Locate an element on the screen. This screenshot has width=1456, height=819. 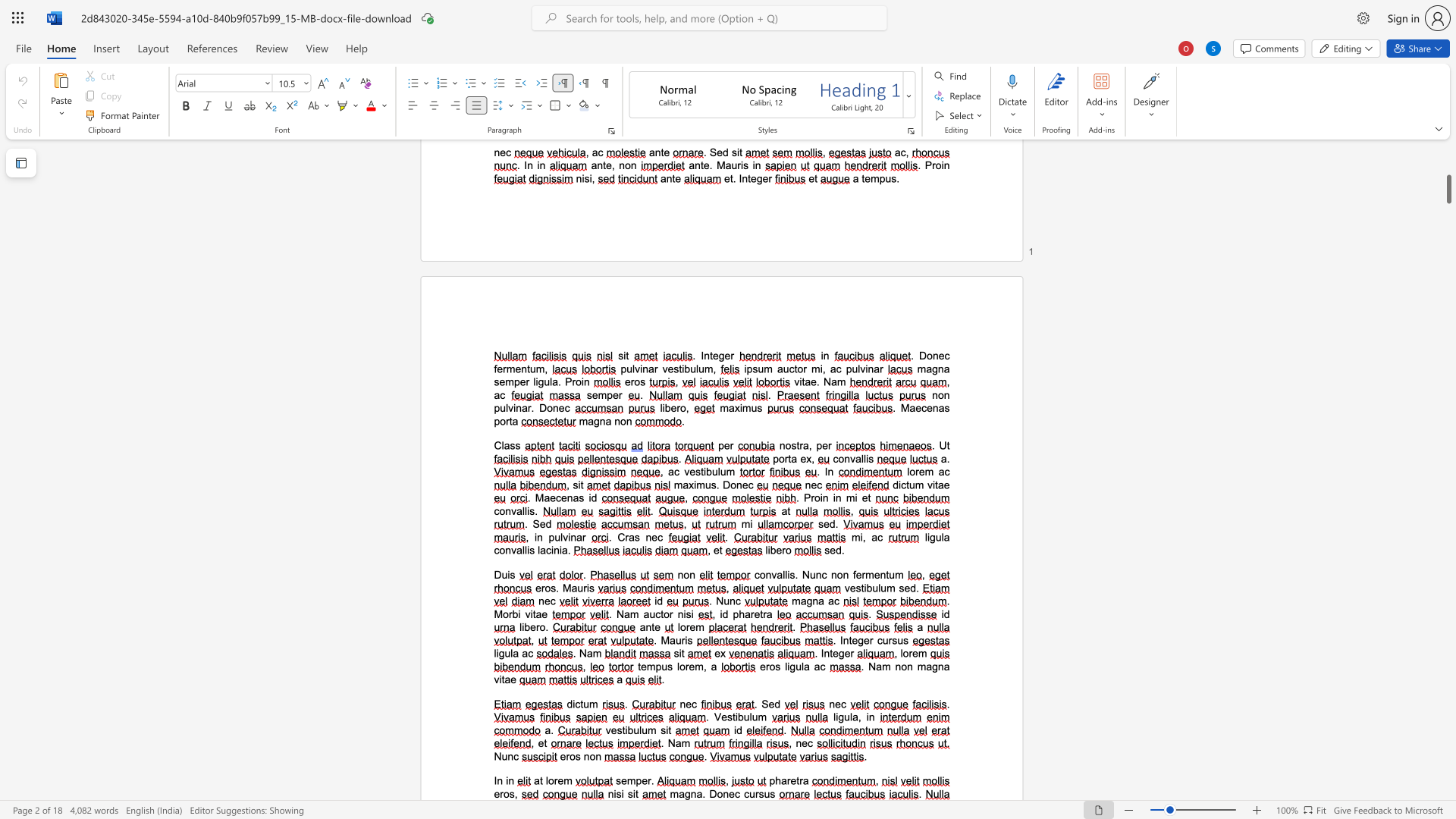
the space between the continuous character "r" and "s" in the text is located at coordinates (759, 793).